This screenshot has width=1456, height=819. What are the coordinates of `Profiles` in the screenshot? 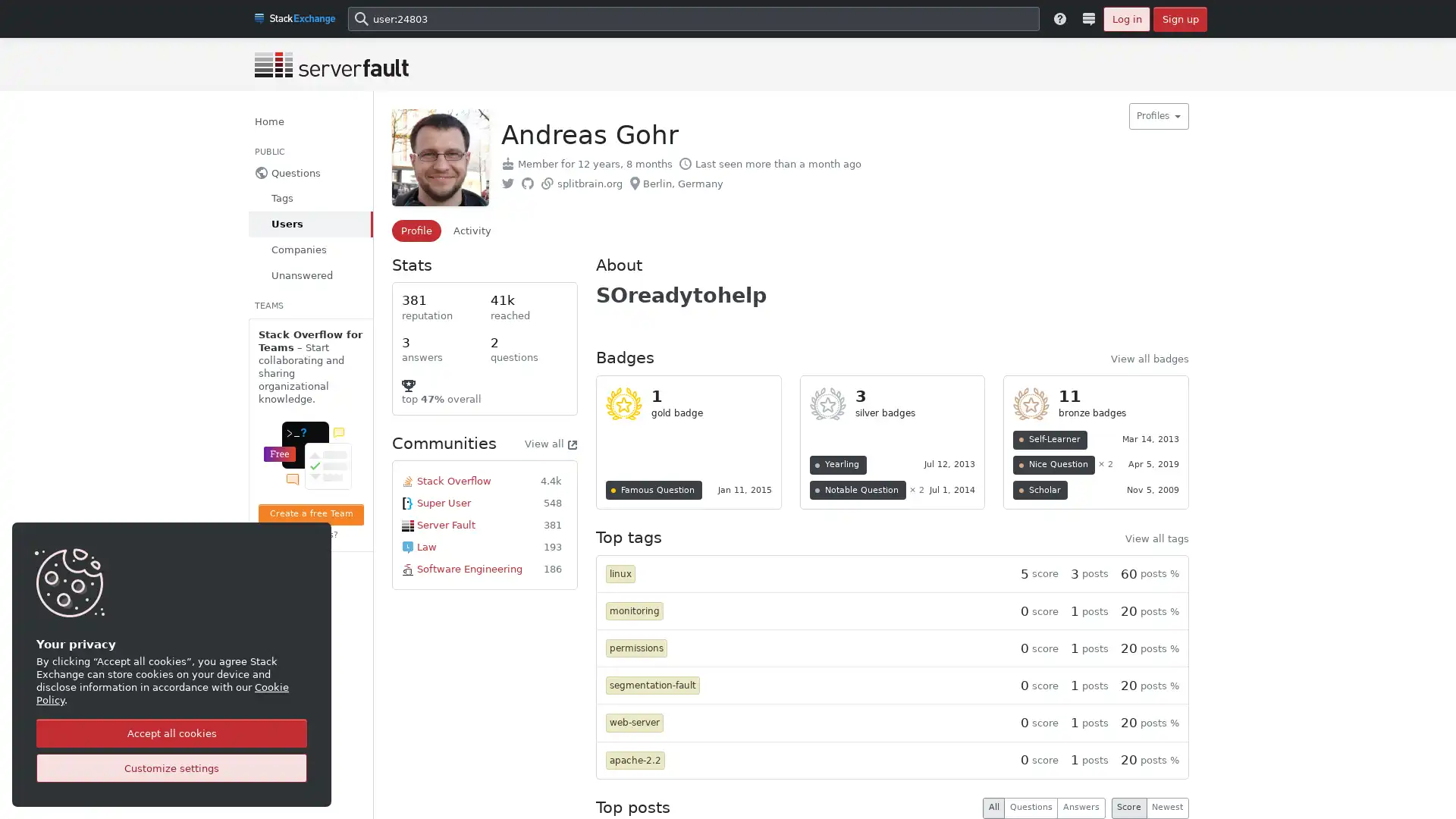 It's located at (1157, 115).